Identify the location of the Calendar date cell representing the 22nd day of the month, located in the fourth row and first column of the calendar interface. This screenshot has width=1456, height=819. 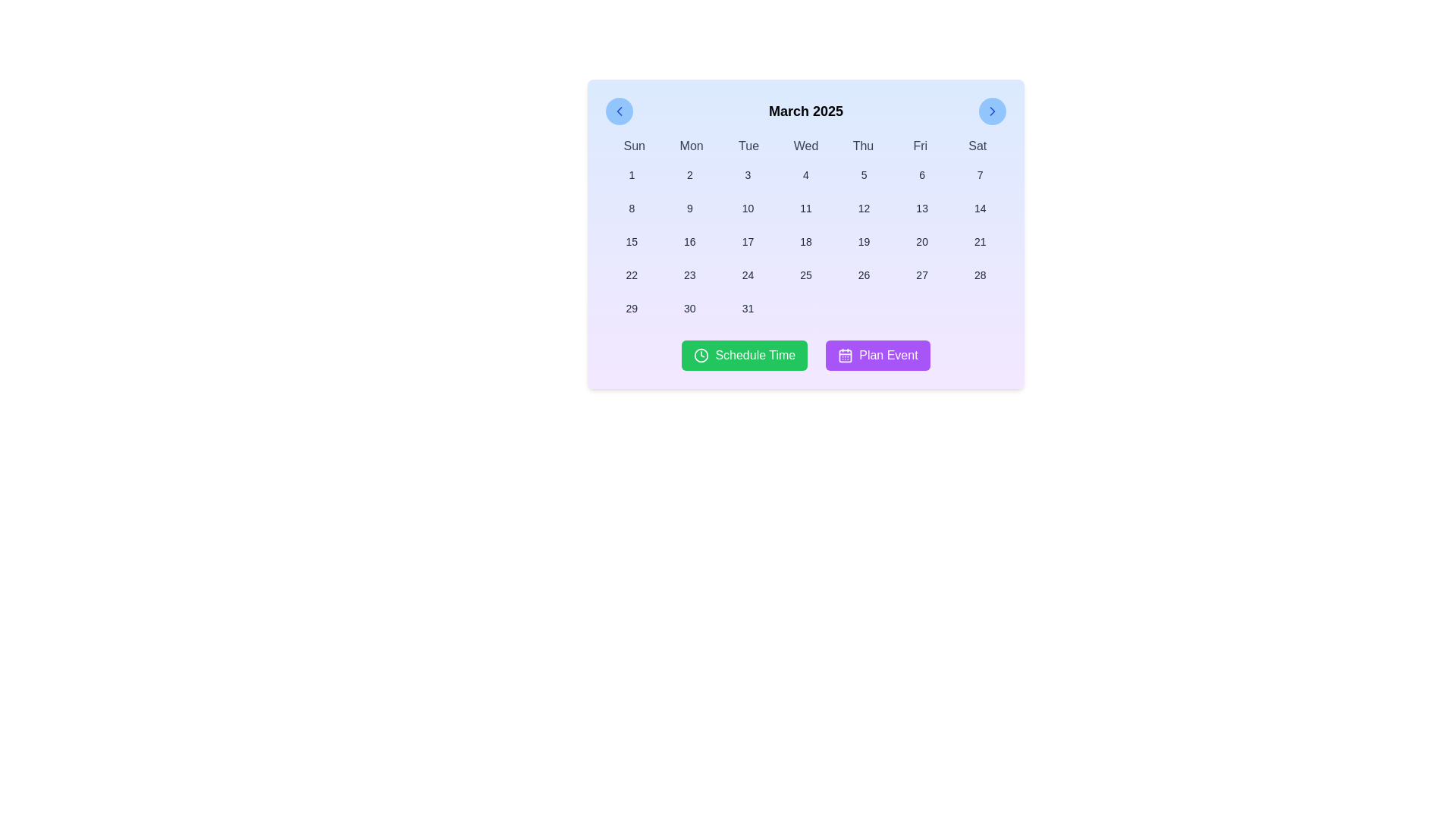
(632, 275).